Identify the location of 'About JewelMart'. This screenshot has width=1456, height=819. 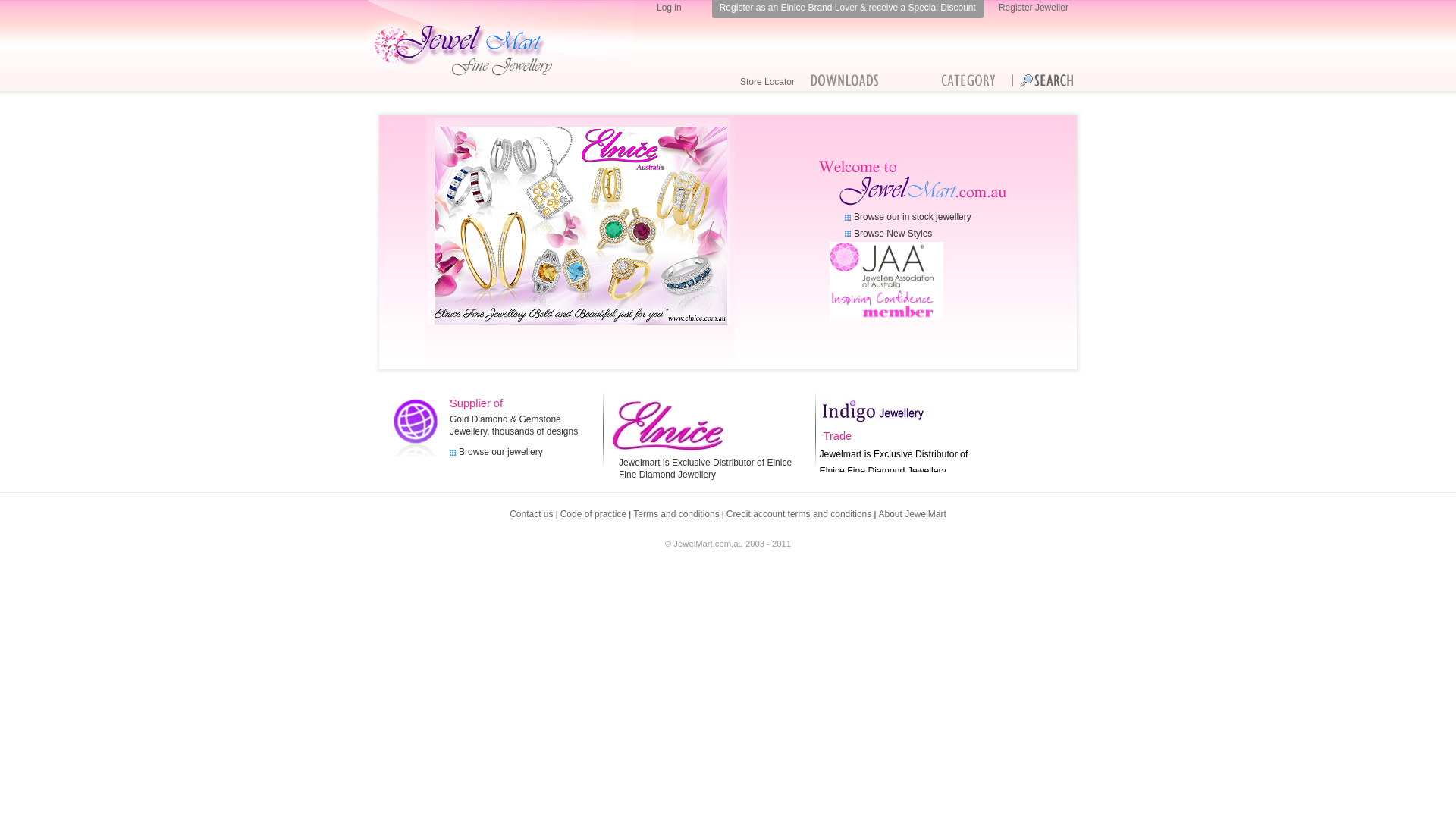
(911, 513).